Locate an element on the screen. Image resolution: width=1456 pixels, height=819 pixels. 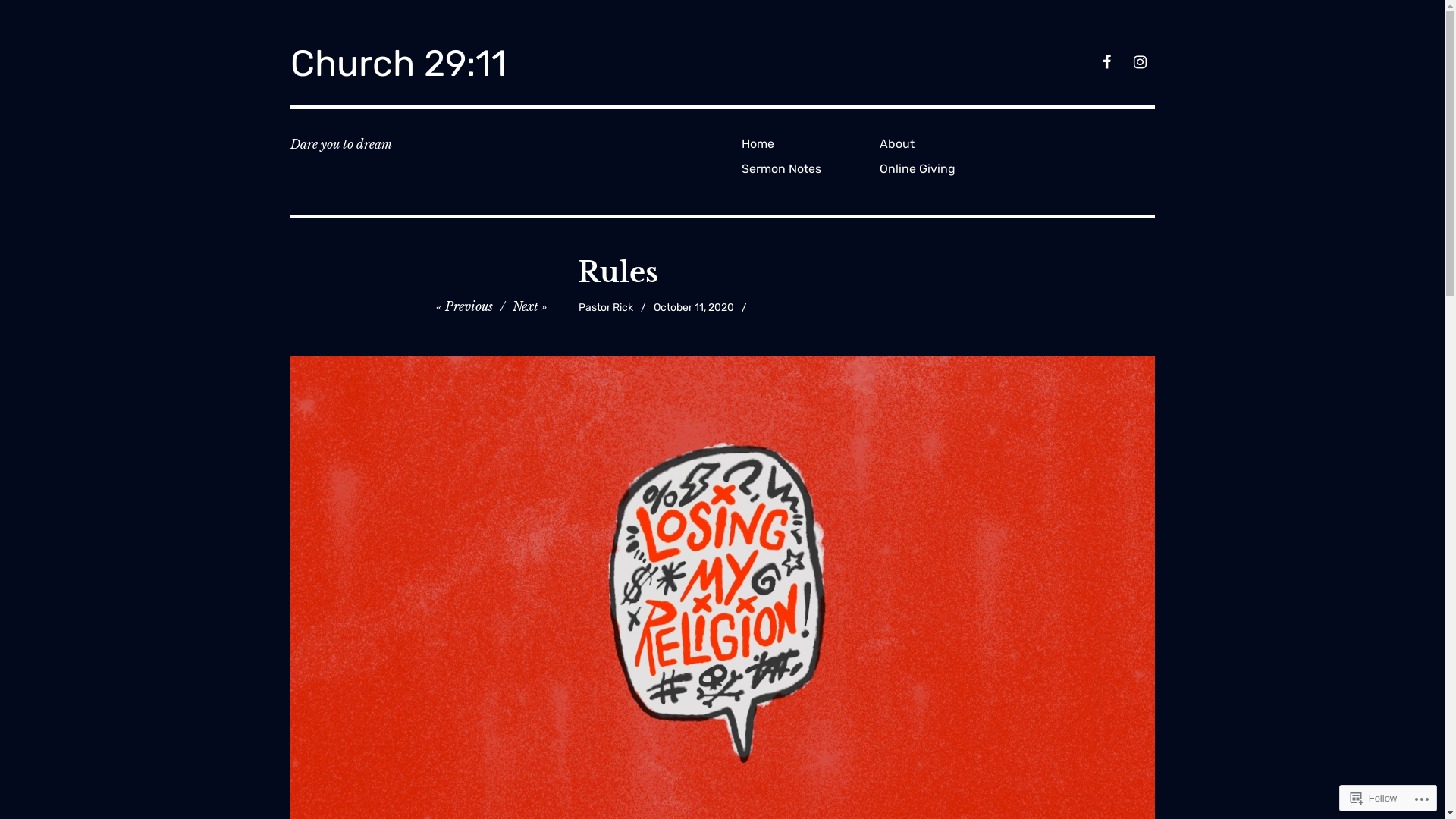
'Facebook' is located at coordinates (1096, 63).